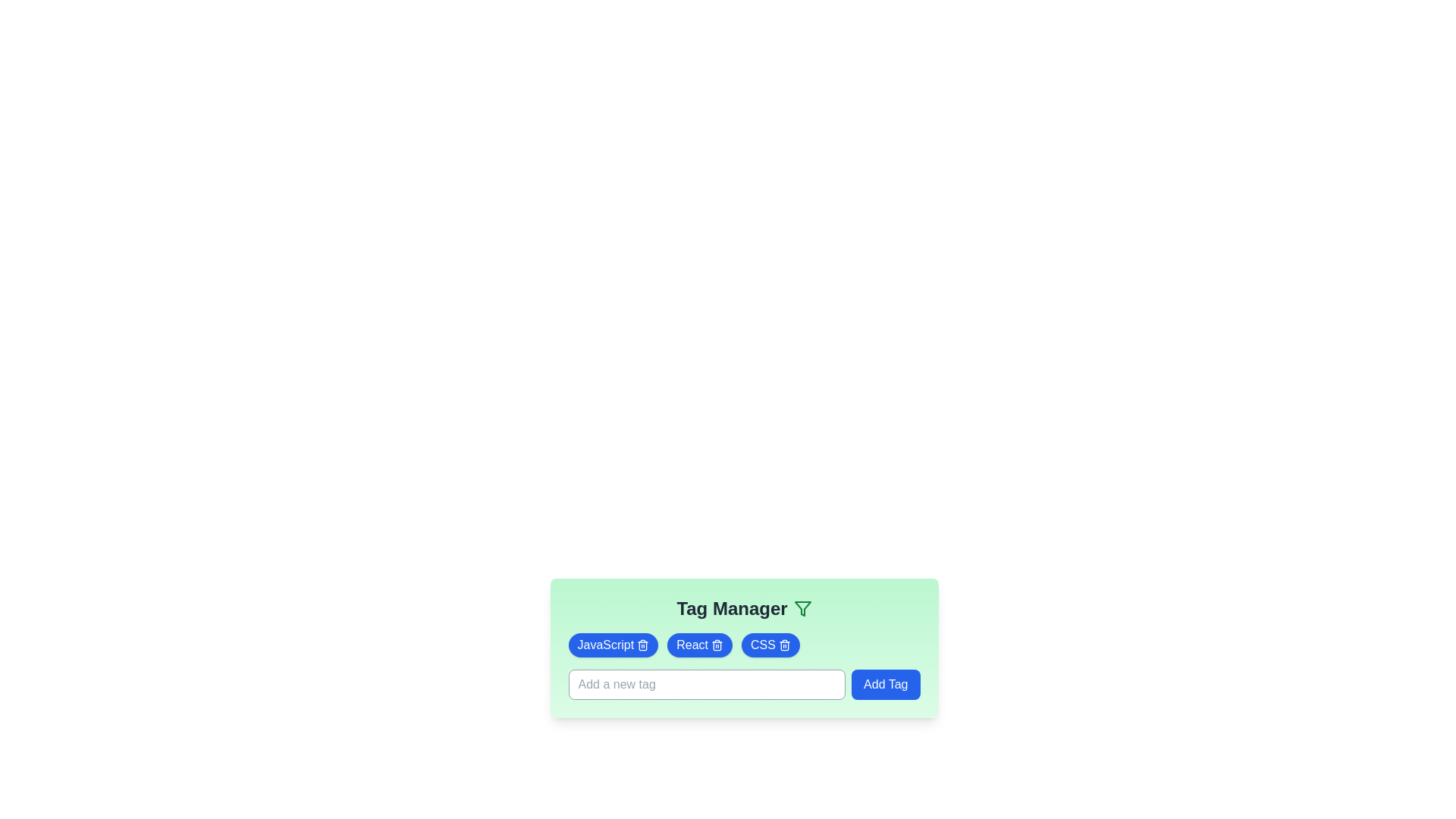  I want to click on the 'CSS' label, which is the third tag in a horizontal group of tags, located between the 'React' tag and a delete icon, so click(763, 645).